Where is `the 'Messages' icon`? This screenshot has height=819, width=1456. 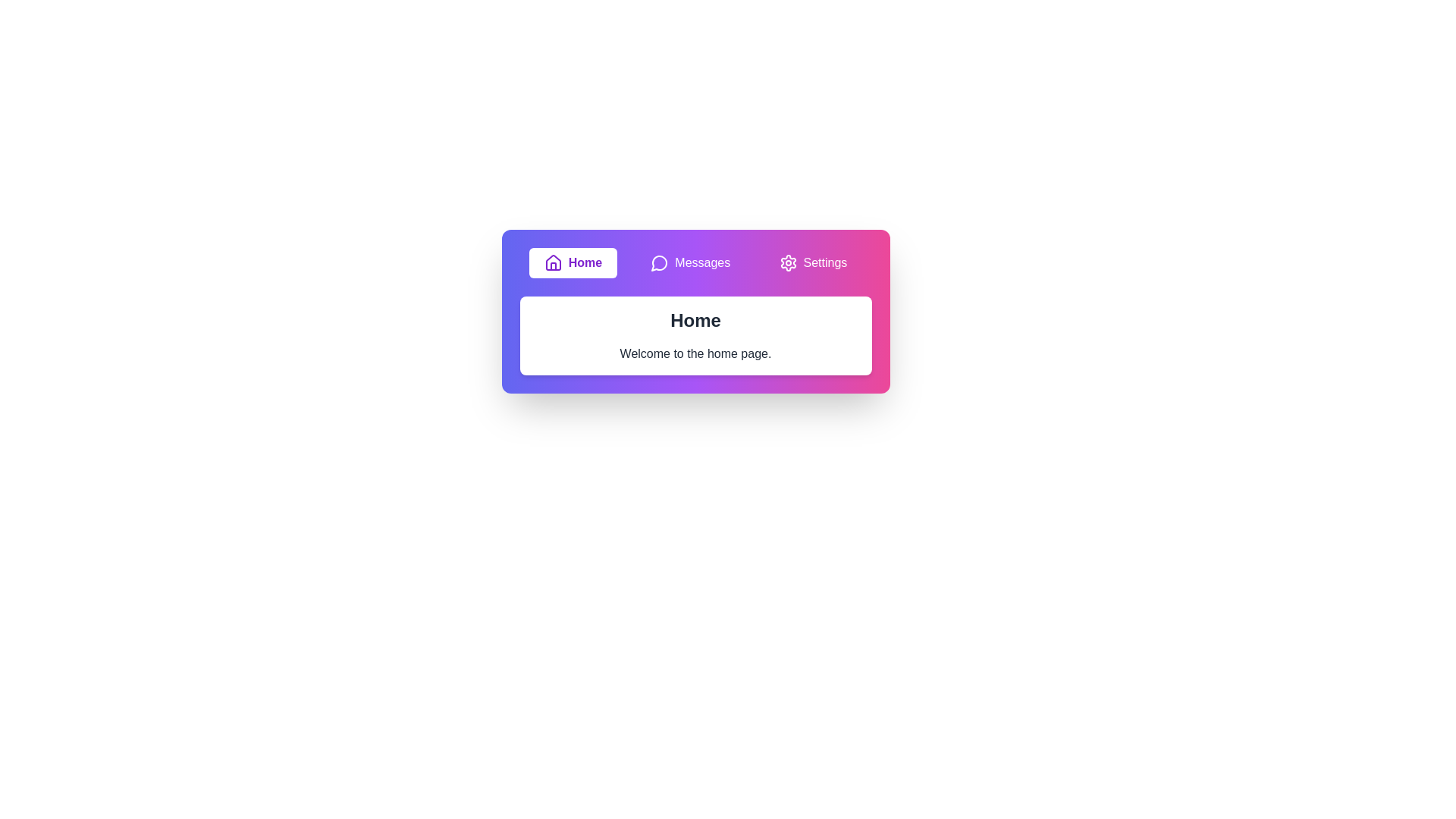 the 'Messages' icon is located at coordinates (660, 262).